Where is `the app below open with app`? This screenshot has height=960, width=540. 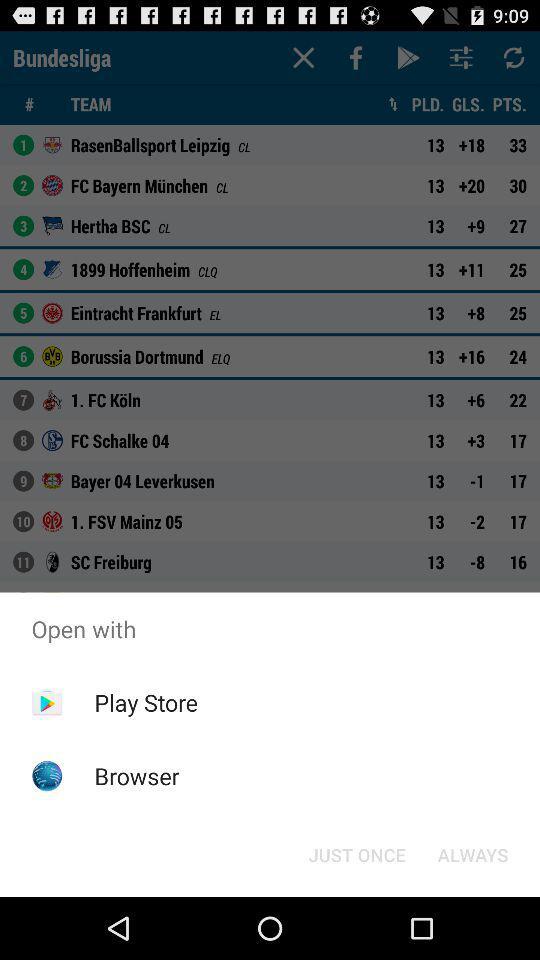 the app below open with app is located at coordinates (356, 853).